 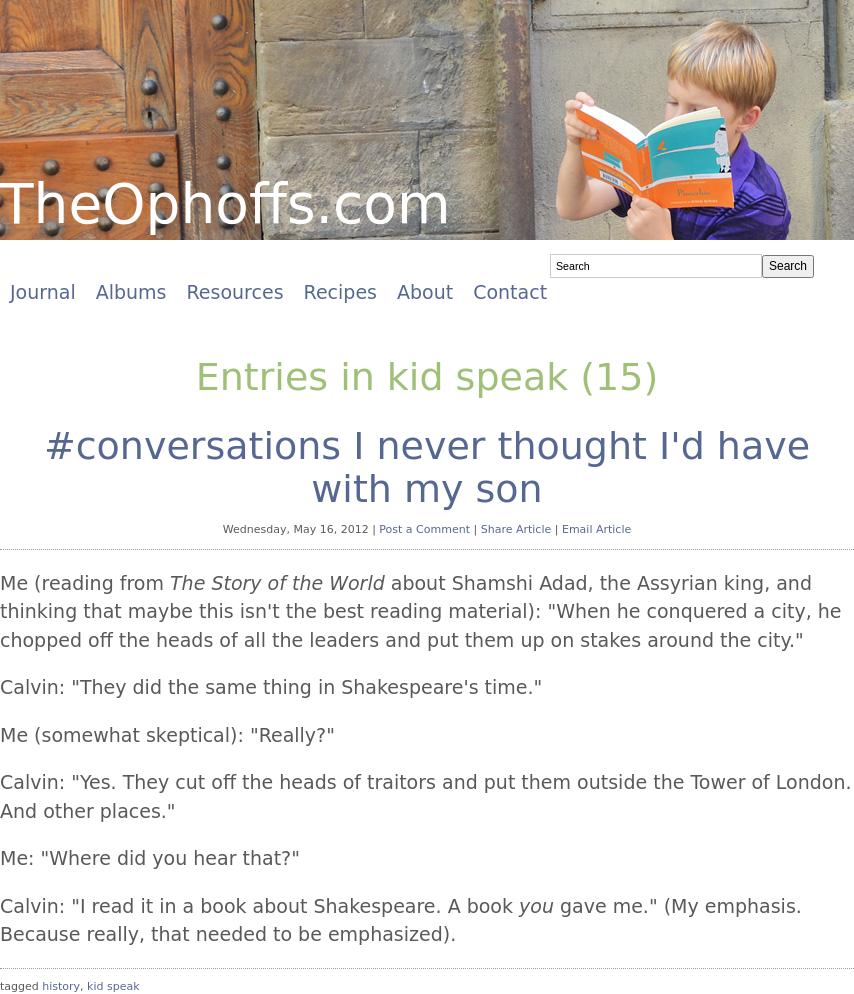 What do you see at coordinates (425, 795) in the screenshot?
I see `'Calvin: "Yes. They cut off the heads of traitors and put them outside the Tower of London. And other places."'` at bounding box center [425, 795].